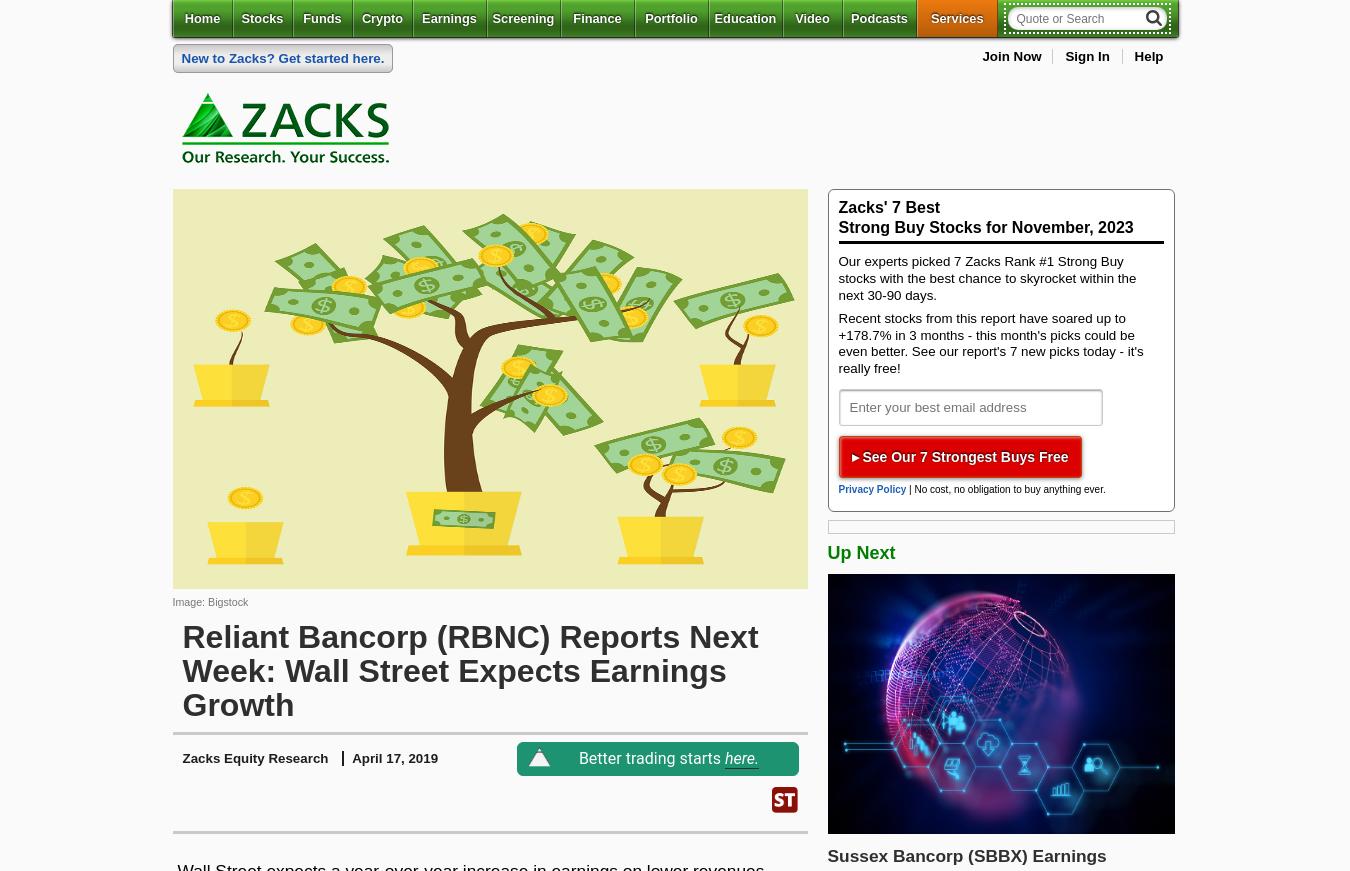  Describe the element at coordinates (888, 207) in the screenshot. I see `'Zacks' 7 Best'` at that location.